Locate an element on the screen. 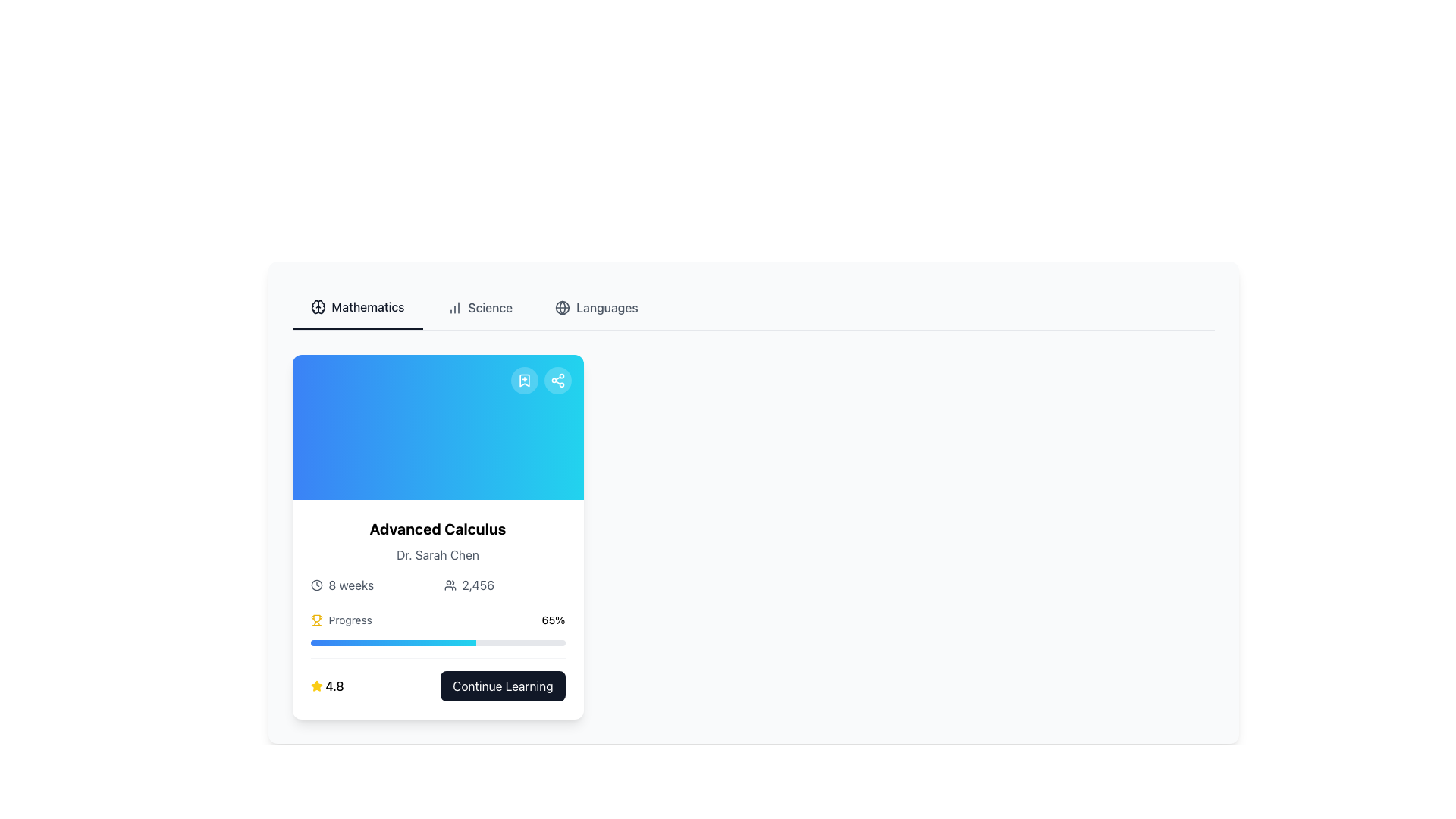 This screenshot has height=819, width=1456. the 'Advanced Calculus' course information card located in the lower part of the card structure under the 'Mathematics' category is located at coordinates (437, 609).